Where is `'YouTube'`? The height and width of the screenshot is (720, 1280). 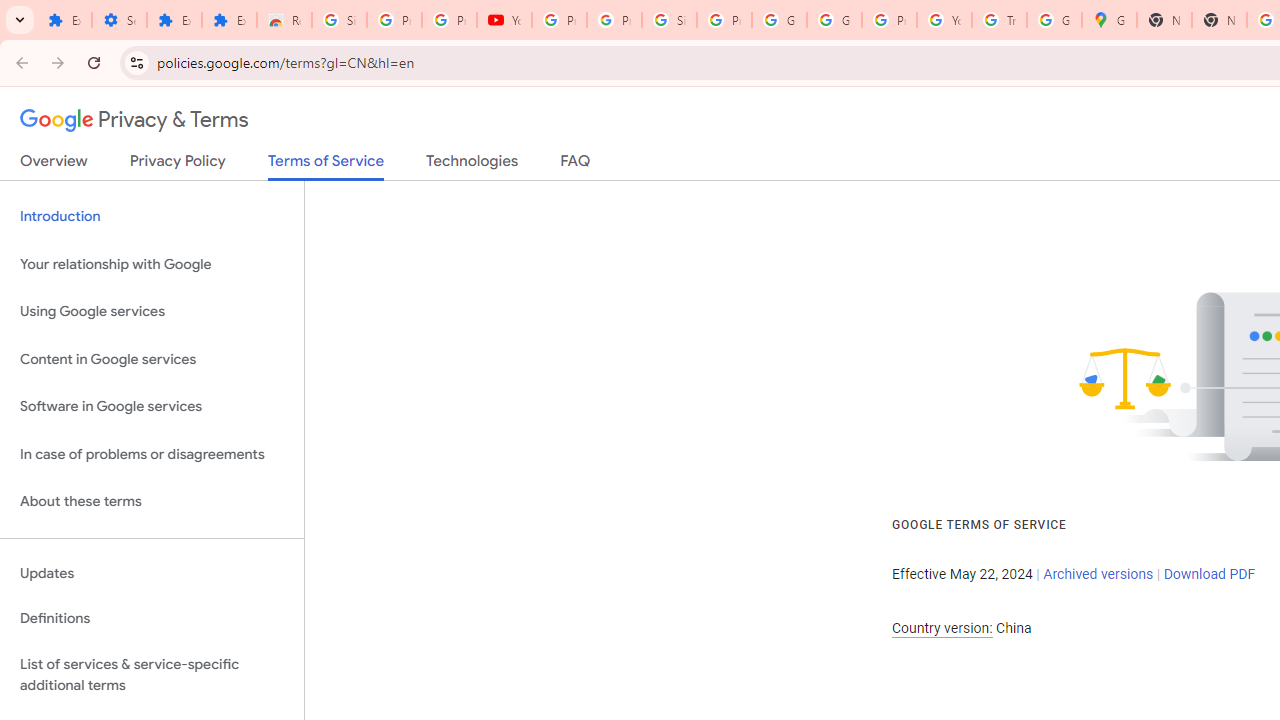
'YouTube' is located at coordinates (504, 20).